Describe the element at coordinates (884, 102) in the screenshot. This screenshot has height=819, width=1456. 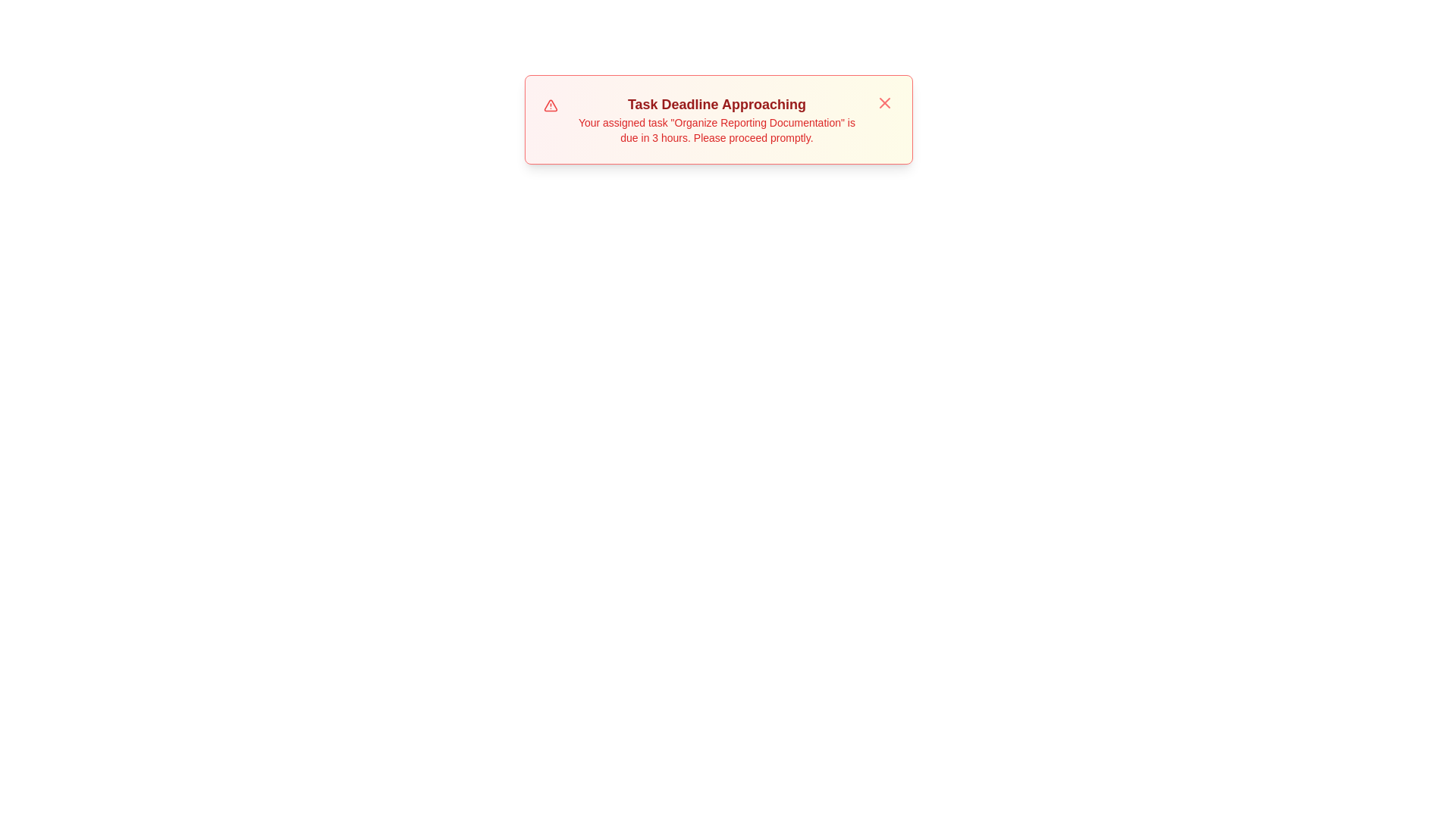
I see `the red 'X' close icon in the top-right corner of the notification popup` at that location.